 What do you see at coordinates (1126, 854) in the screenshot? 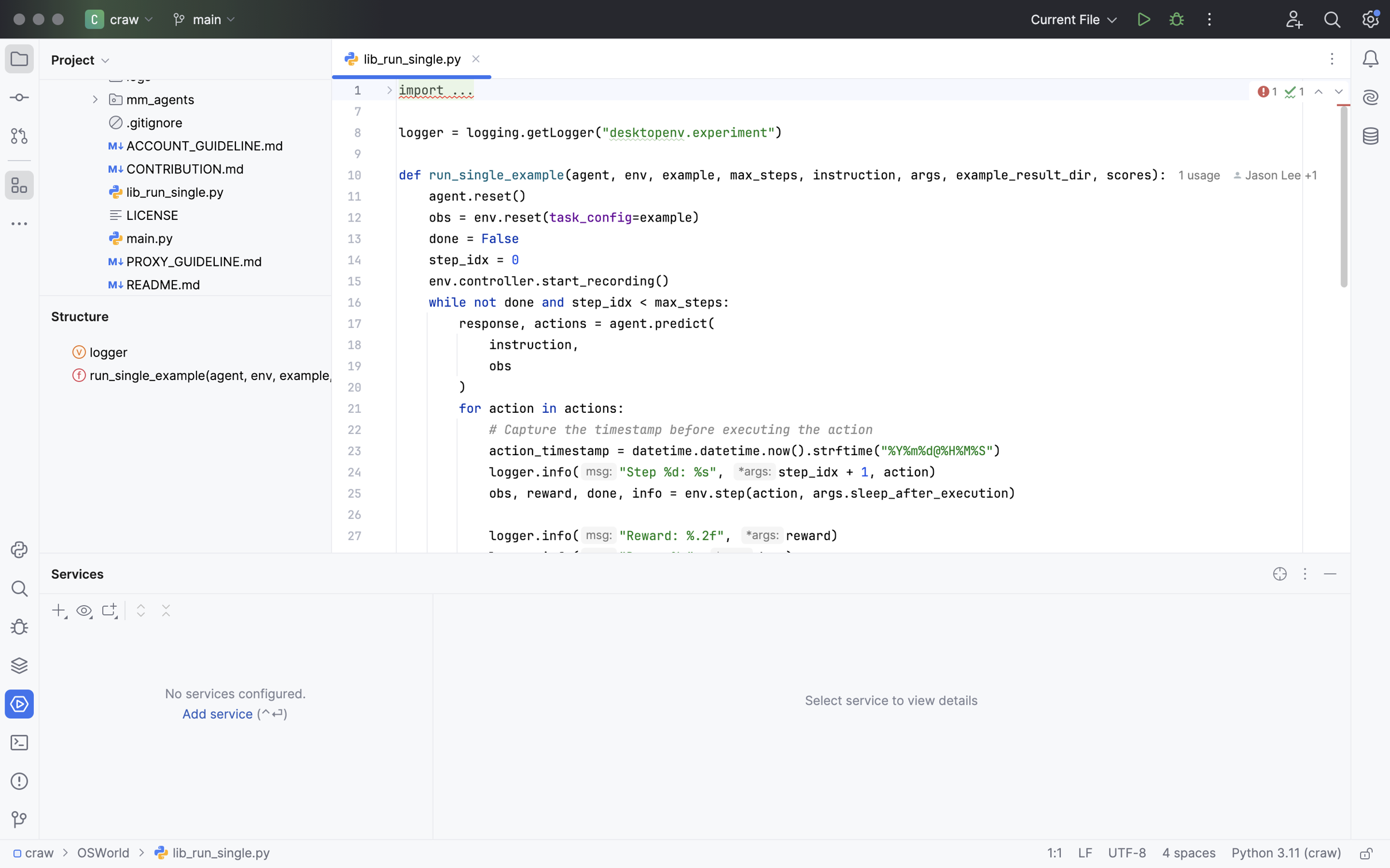
I see `'UTF-8'` at bounding box center [1126, 854].